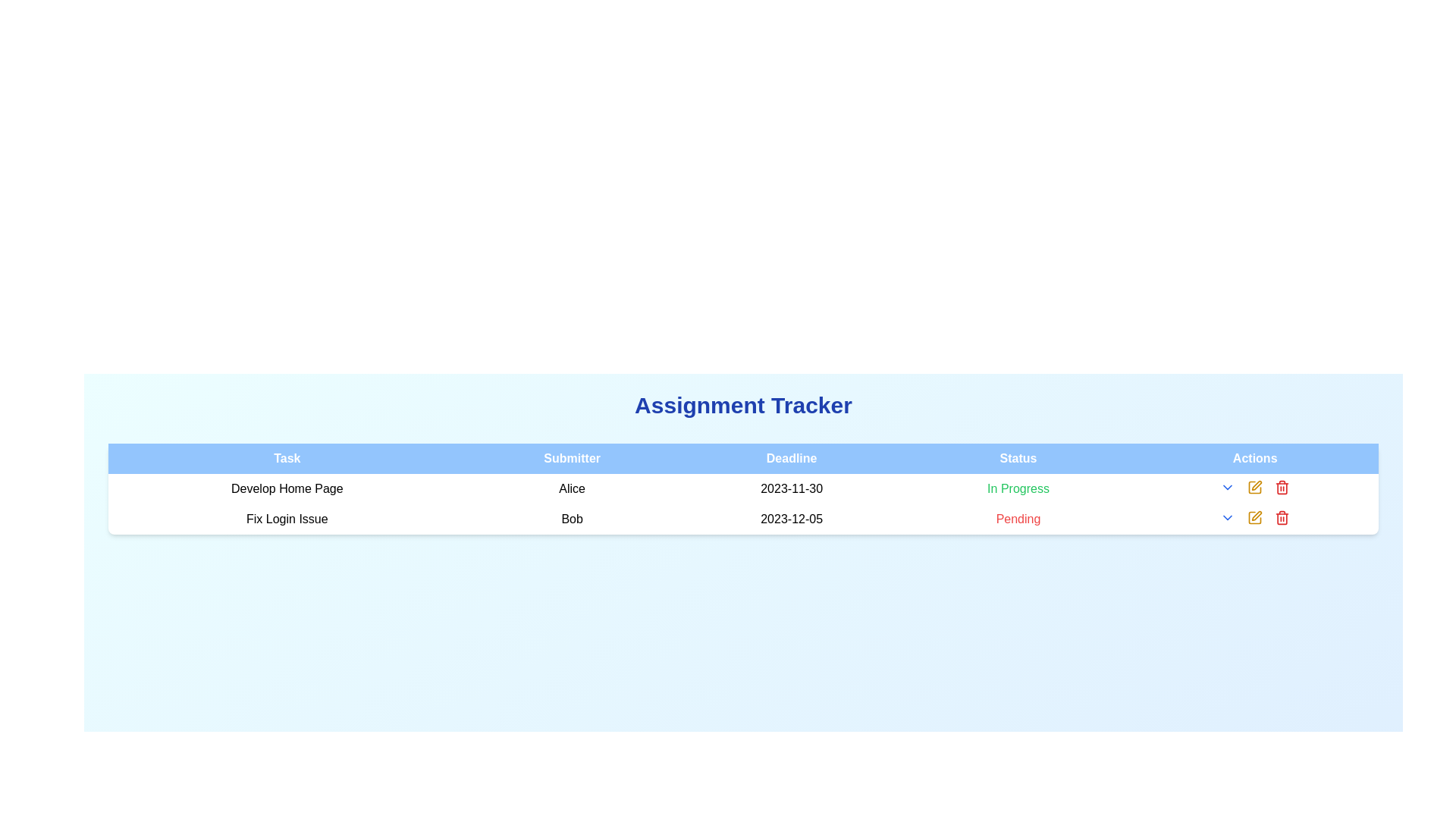 This screenshot has width=1456, height=819. What do you see at coordinates (1282, 488) in the screenshot?
I see `the delete action button located` at bounding box center [1282, 488].